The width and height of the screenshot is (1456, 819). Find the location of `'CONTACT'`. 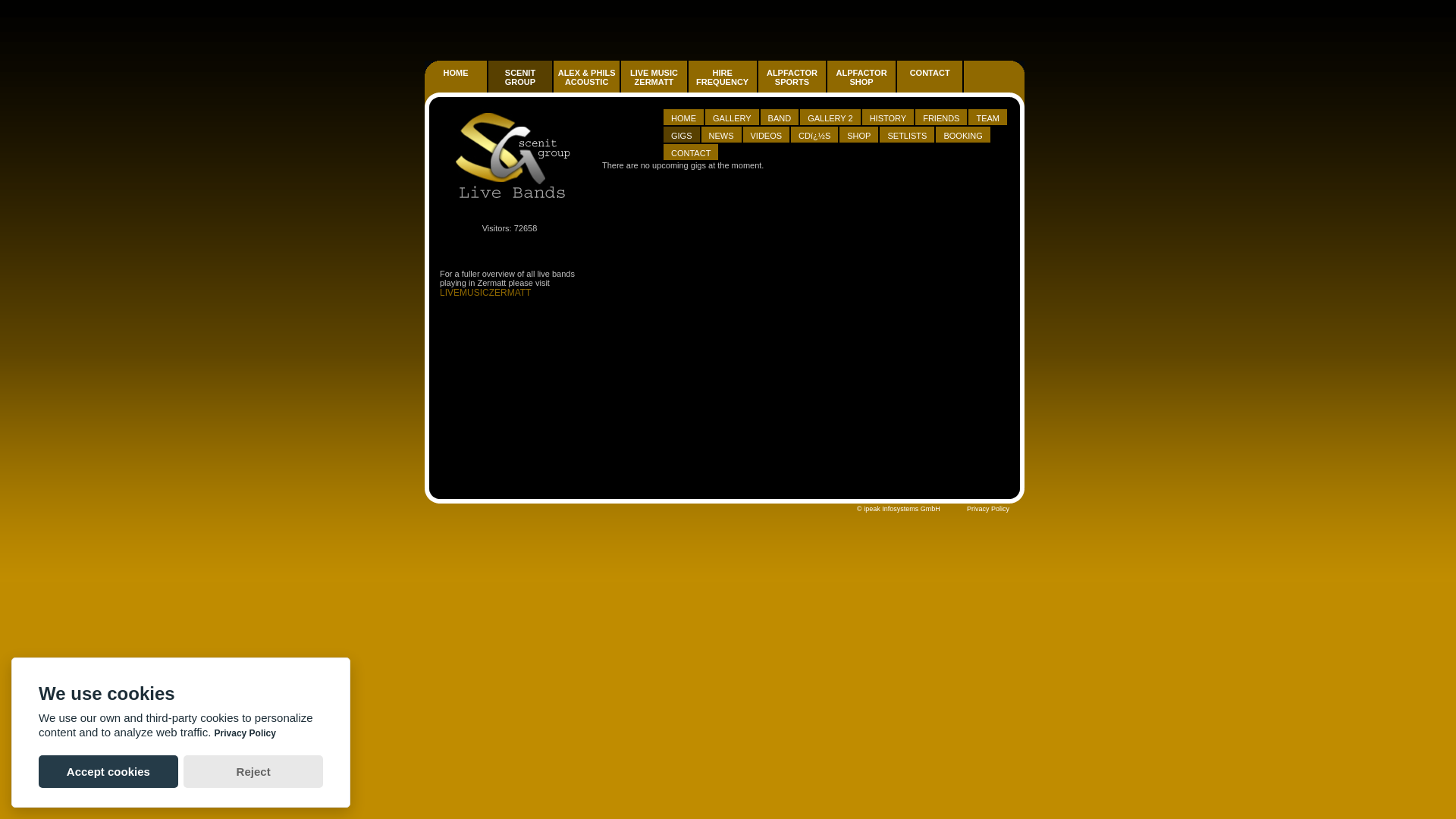

'CONTACT' is located at coordinates (663, 152).